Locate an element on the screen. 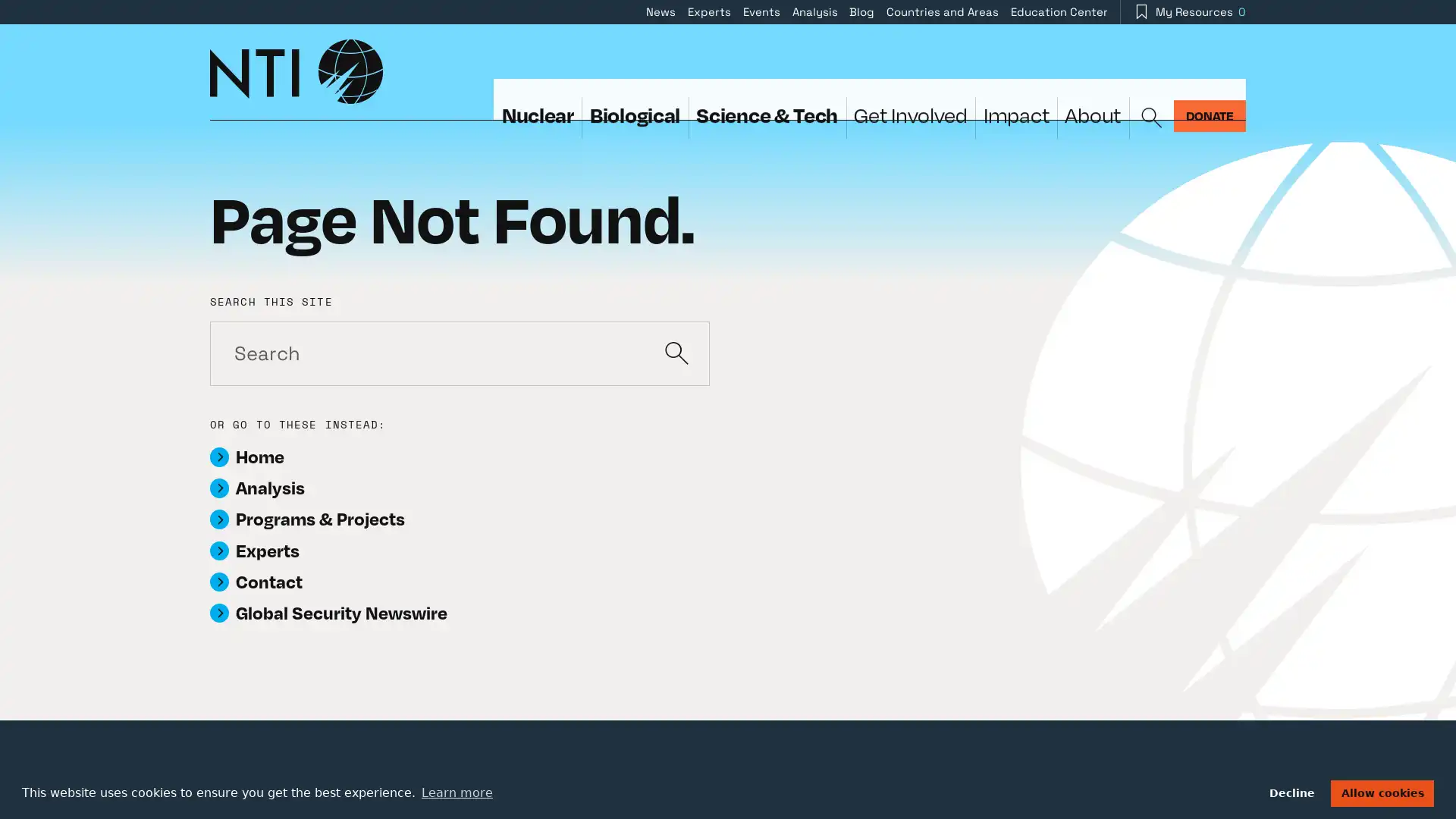 The height and width of the screenshot is (819, 1456). allow cookies is located at coordinates (1382, 792).